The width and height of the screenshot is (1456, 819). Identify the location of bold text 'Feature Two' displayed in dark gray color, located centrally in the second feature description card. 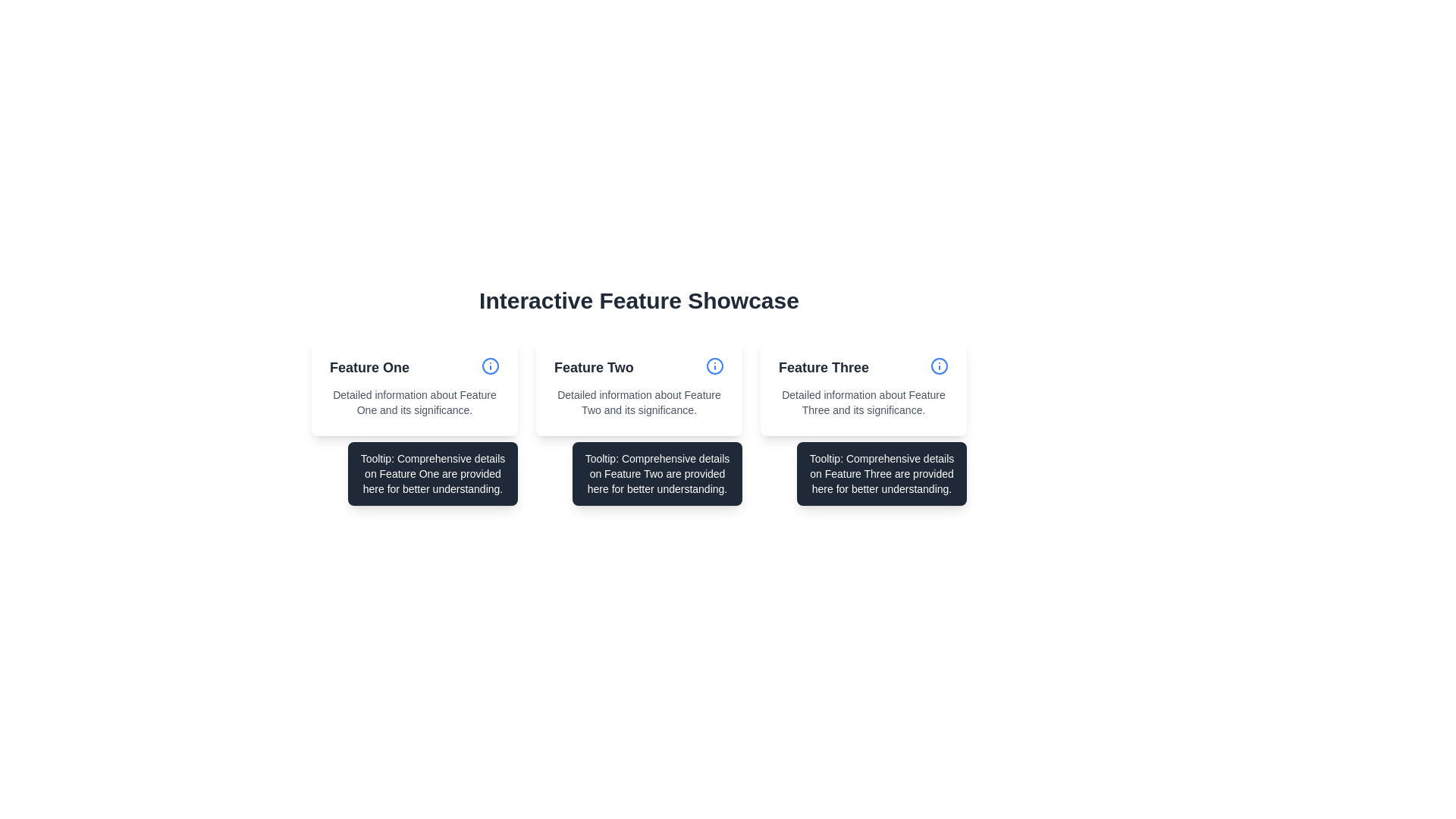
(593, 368).